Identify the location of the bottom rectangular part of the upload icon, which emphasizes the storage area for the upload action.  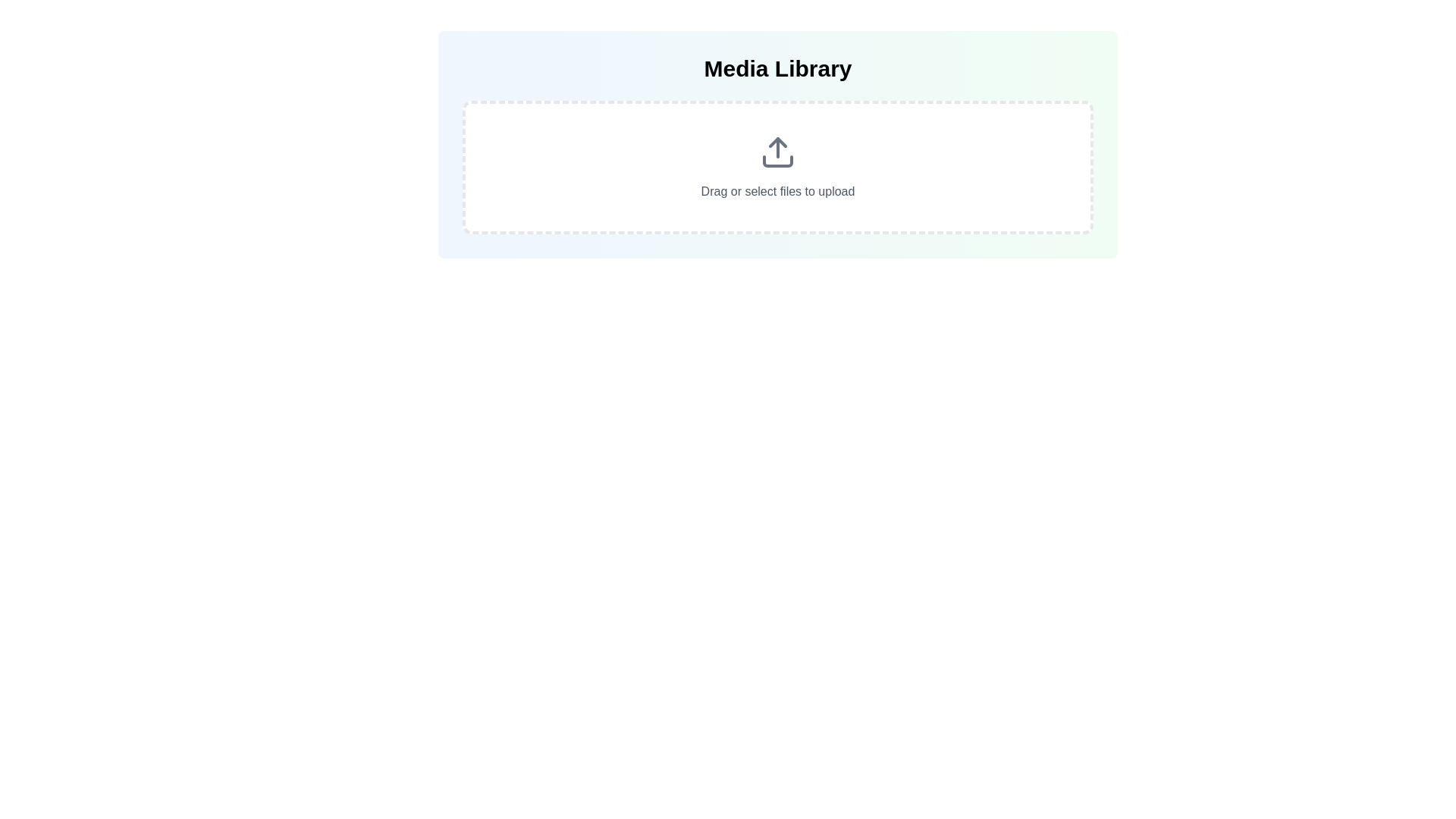
(778, 161).